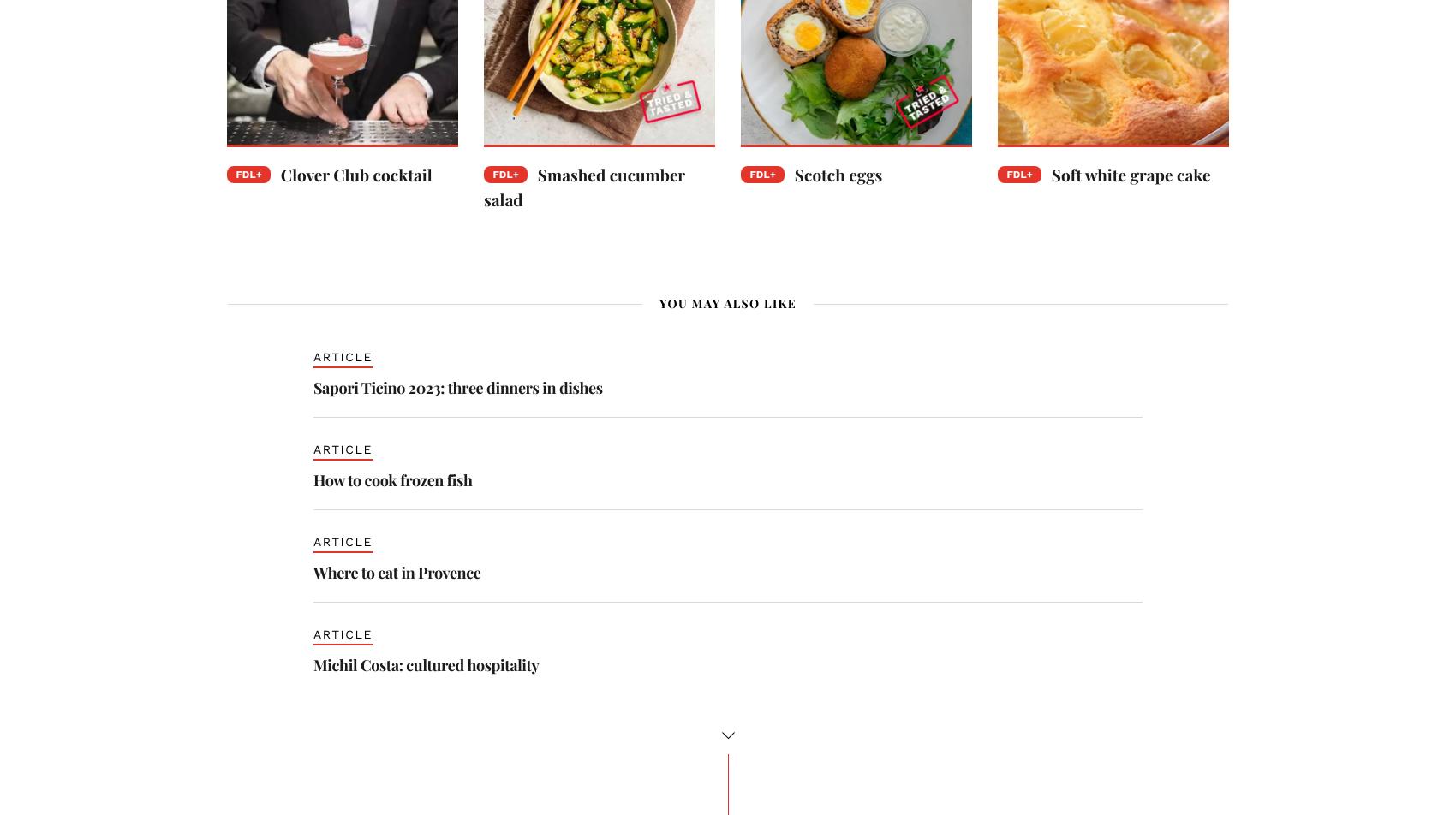 This screenshot has height=815, width=1456. Describe the element at coordinates (426, 663) in the screenshot. I see `'Michil Costa: cultured hospitality'` at that location.